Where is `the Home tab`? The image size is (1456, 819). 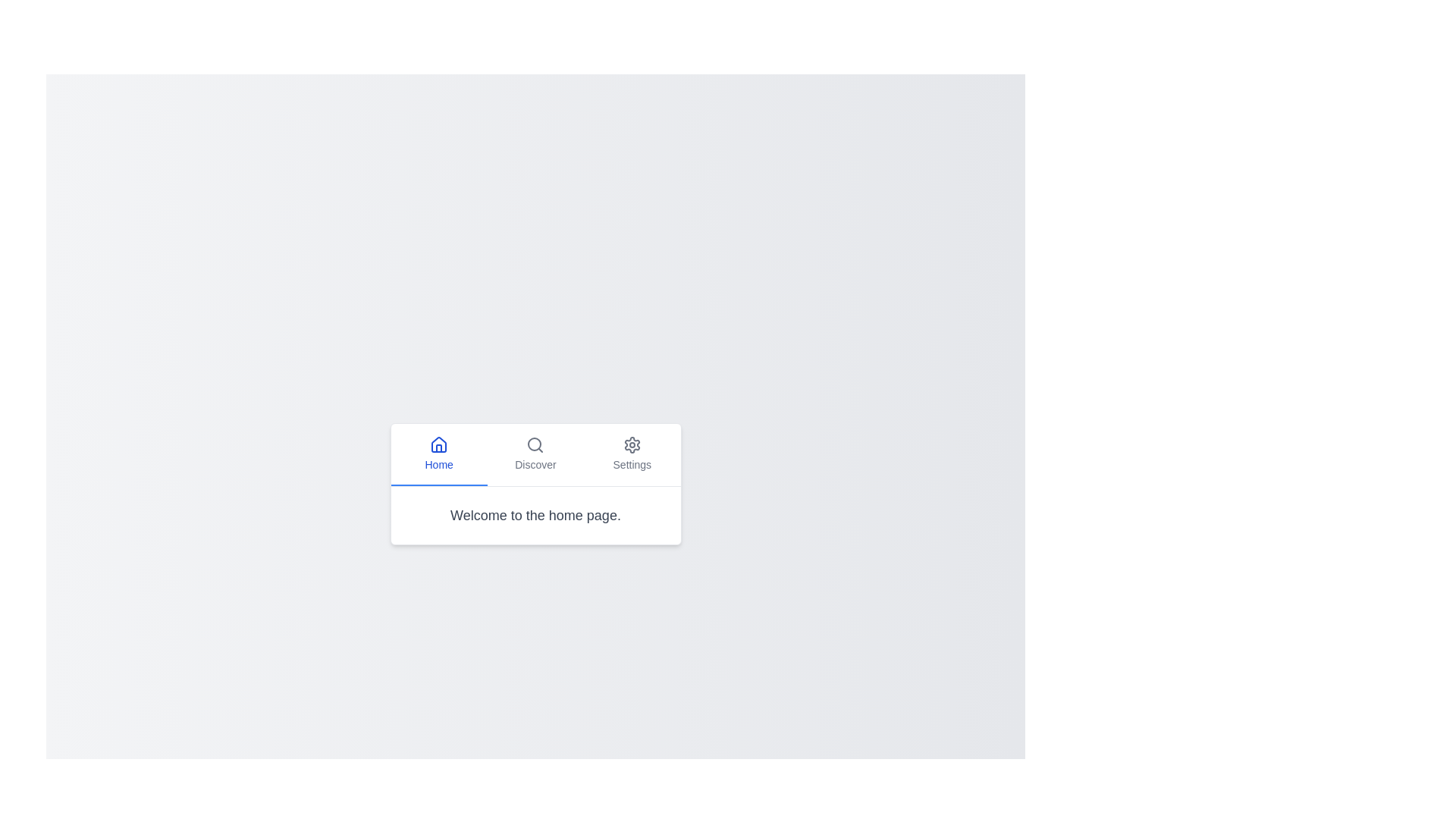
the Home tab is located at coordinates (438, 453).